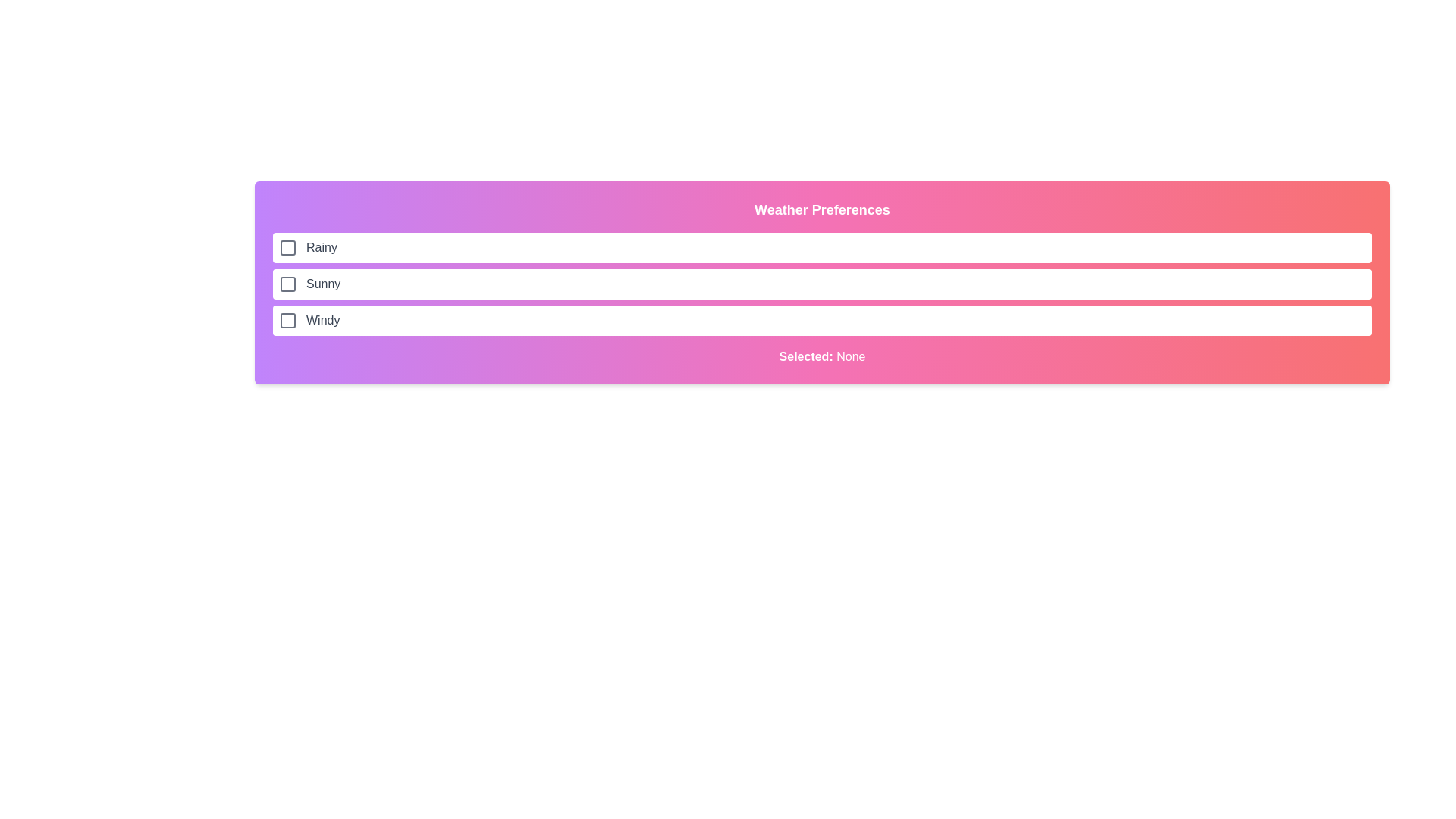 The image size is (1456, 819). What do you see at coordinates (287, 284) in the screenshot?
I see `the checkbox located to the left of the text 'Sunny' in the Weather Preferences list` at bounding box center [287, 284].